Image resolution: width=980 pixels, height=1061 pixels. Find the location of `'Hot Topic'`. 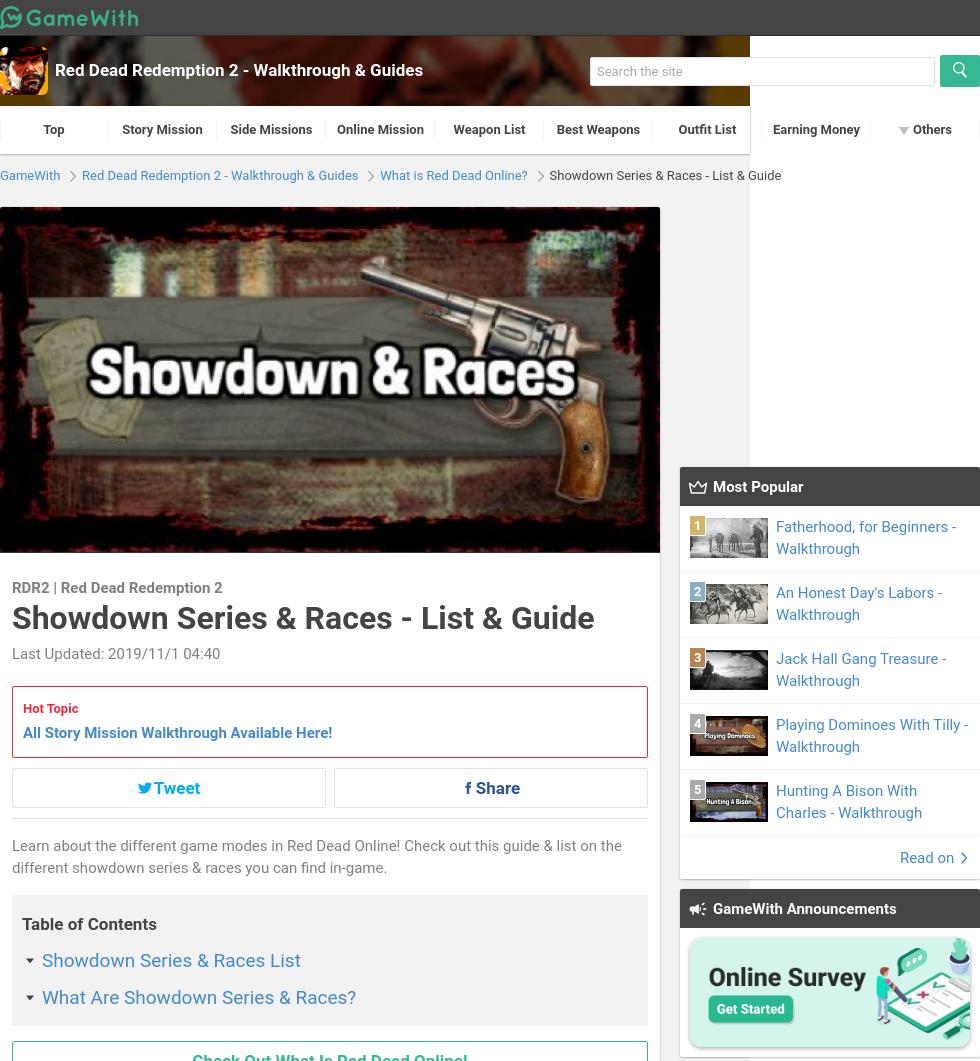

'Hot Topic' is located at coordinates (23, 706).